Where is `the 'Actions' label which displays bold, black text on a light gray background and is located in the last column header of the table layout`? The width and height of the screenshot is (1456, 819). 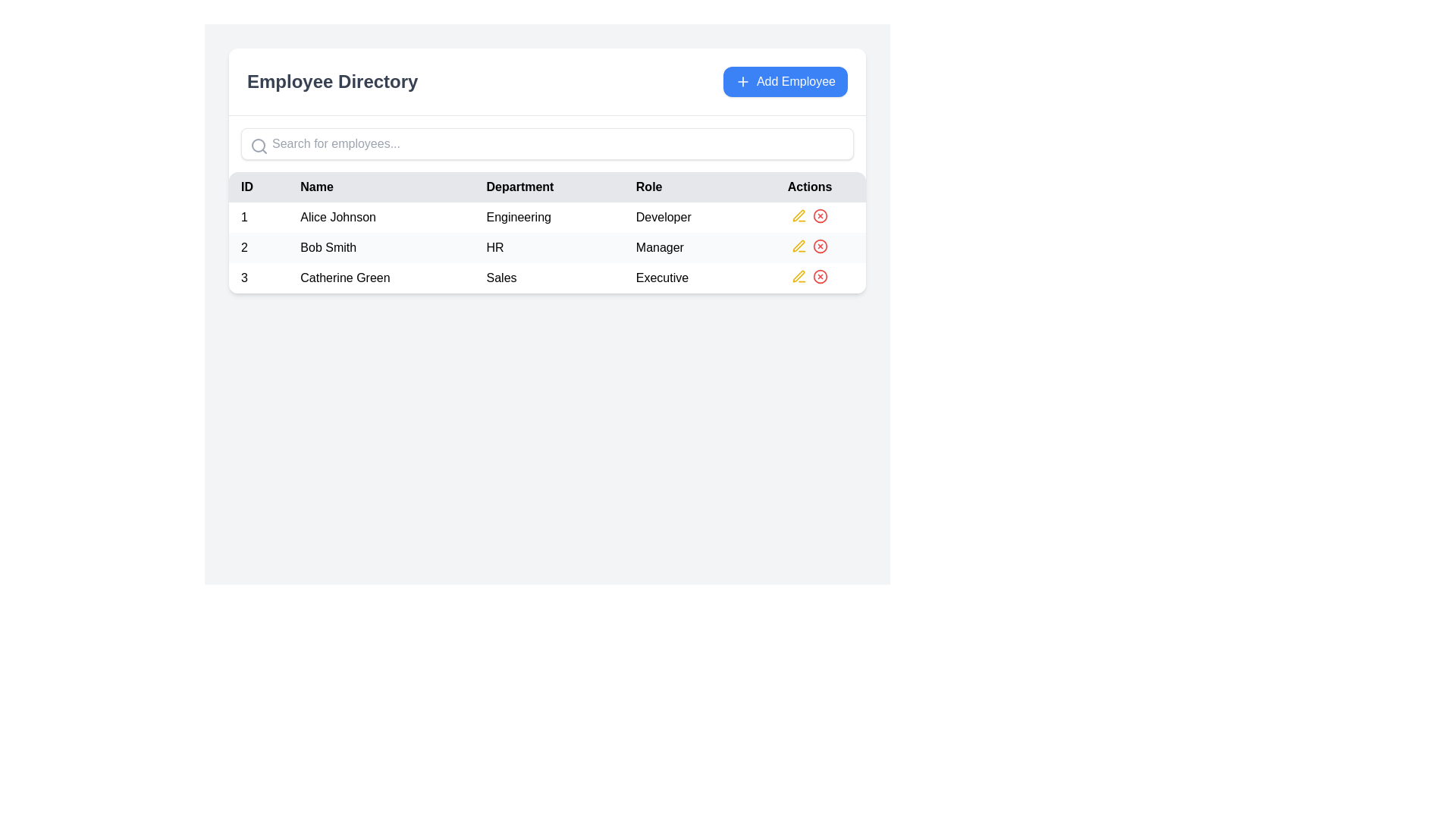 the 'Actions' label which displays bold, black text on a light gray background and is located in the last column header of the table layout is located at coordinates (809, 186).